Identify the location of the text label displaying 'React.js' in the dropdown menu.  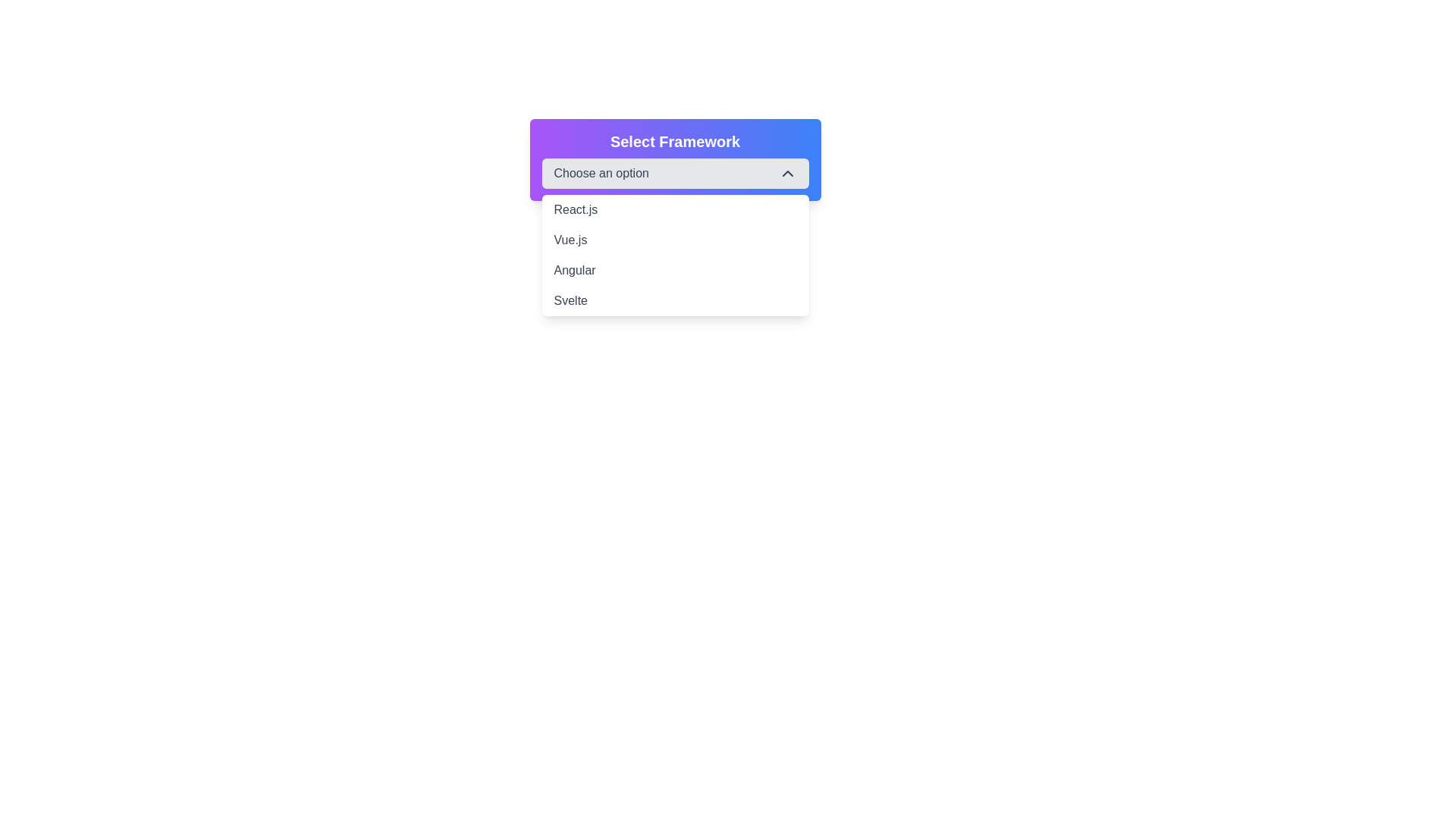
(575, 210).